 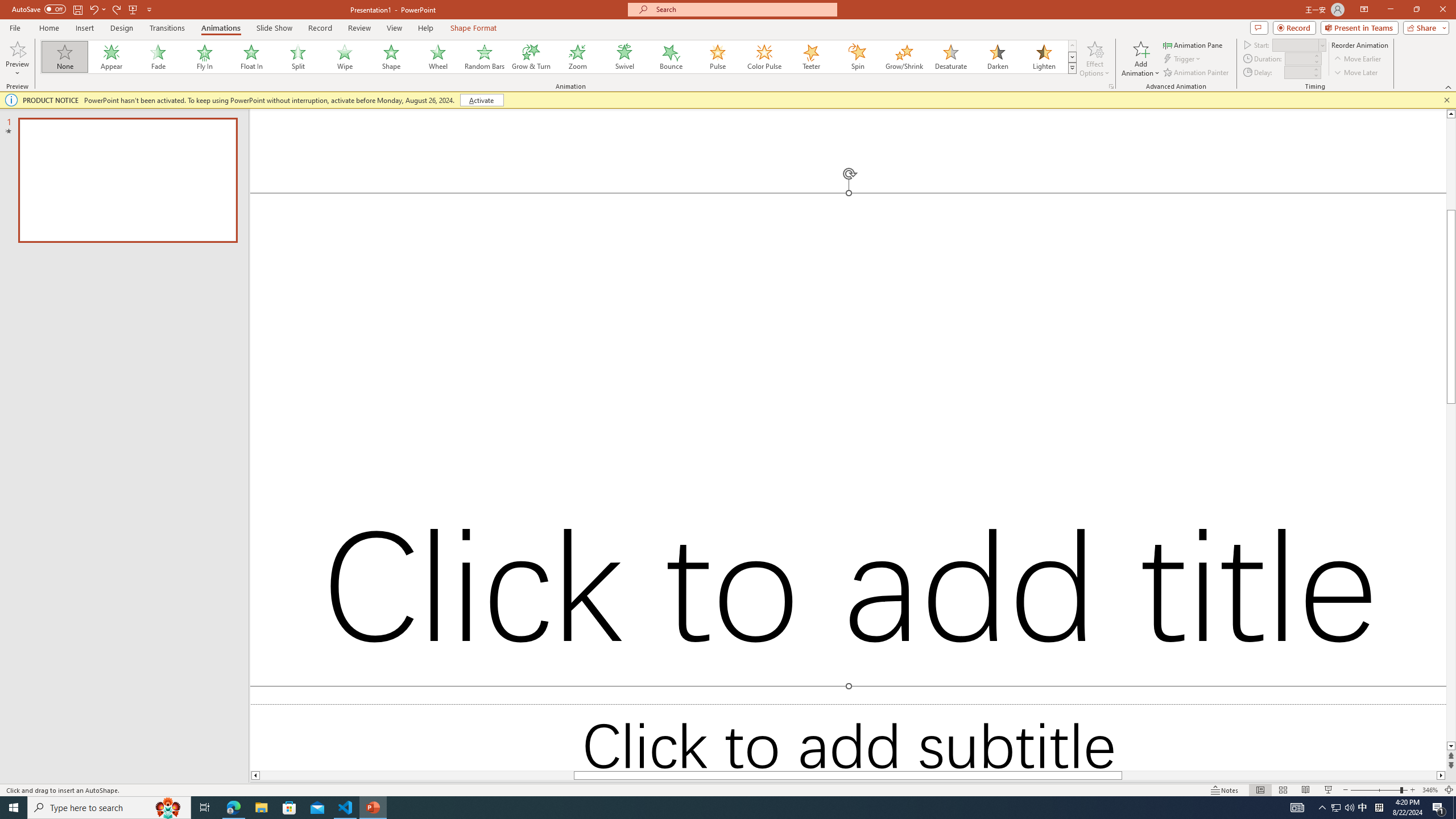 I want to click on 'Spin', so click(x=857, y=56).